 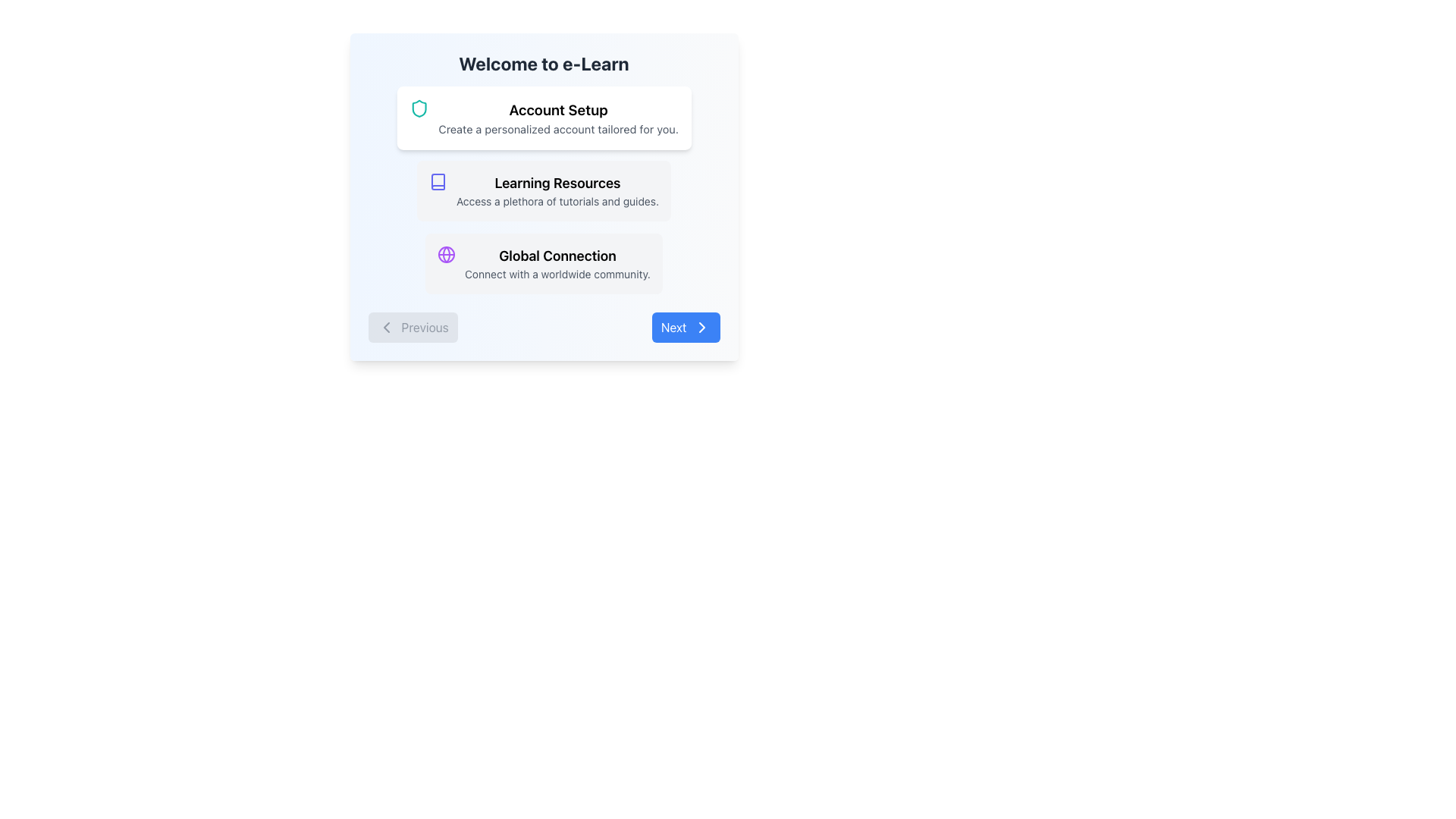 I want to click on the rightward point arrow icon within the 'Next' button at the bottom right of the panel, so click(x=701, y=327).